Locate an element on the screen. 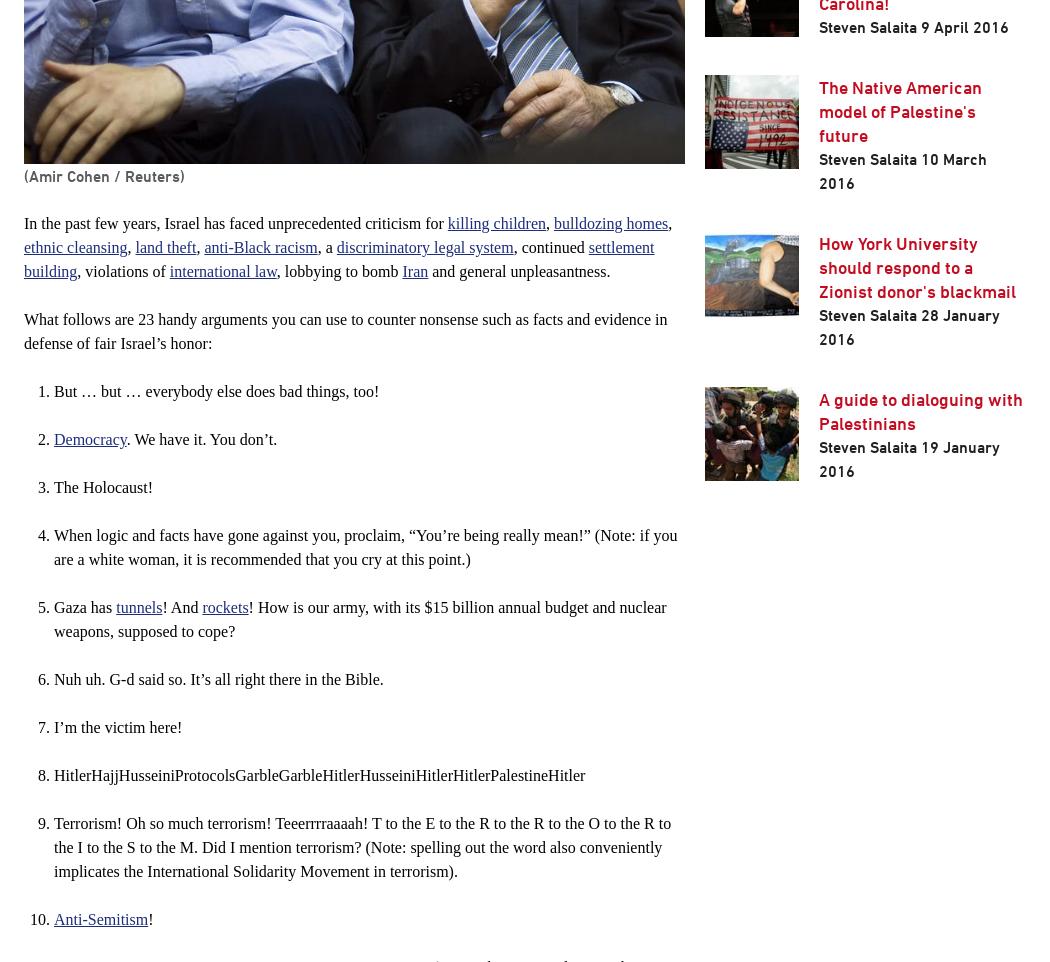  'Reuters' is located at coordinates (152, 176).